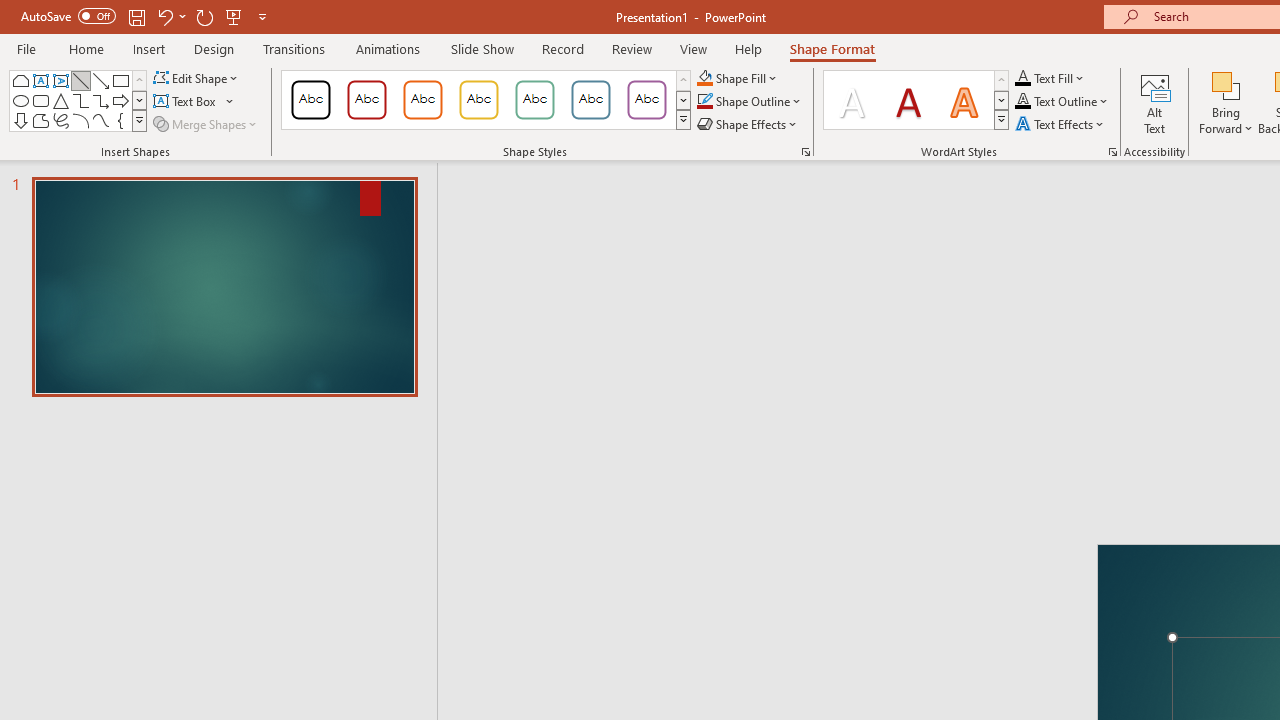 Image resolution: width=1280 pixels, height=720 pixels. I want to click on 'AutomationID: TextStylesGallery', so click(916, 100).